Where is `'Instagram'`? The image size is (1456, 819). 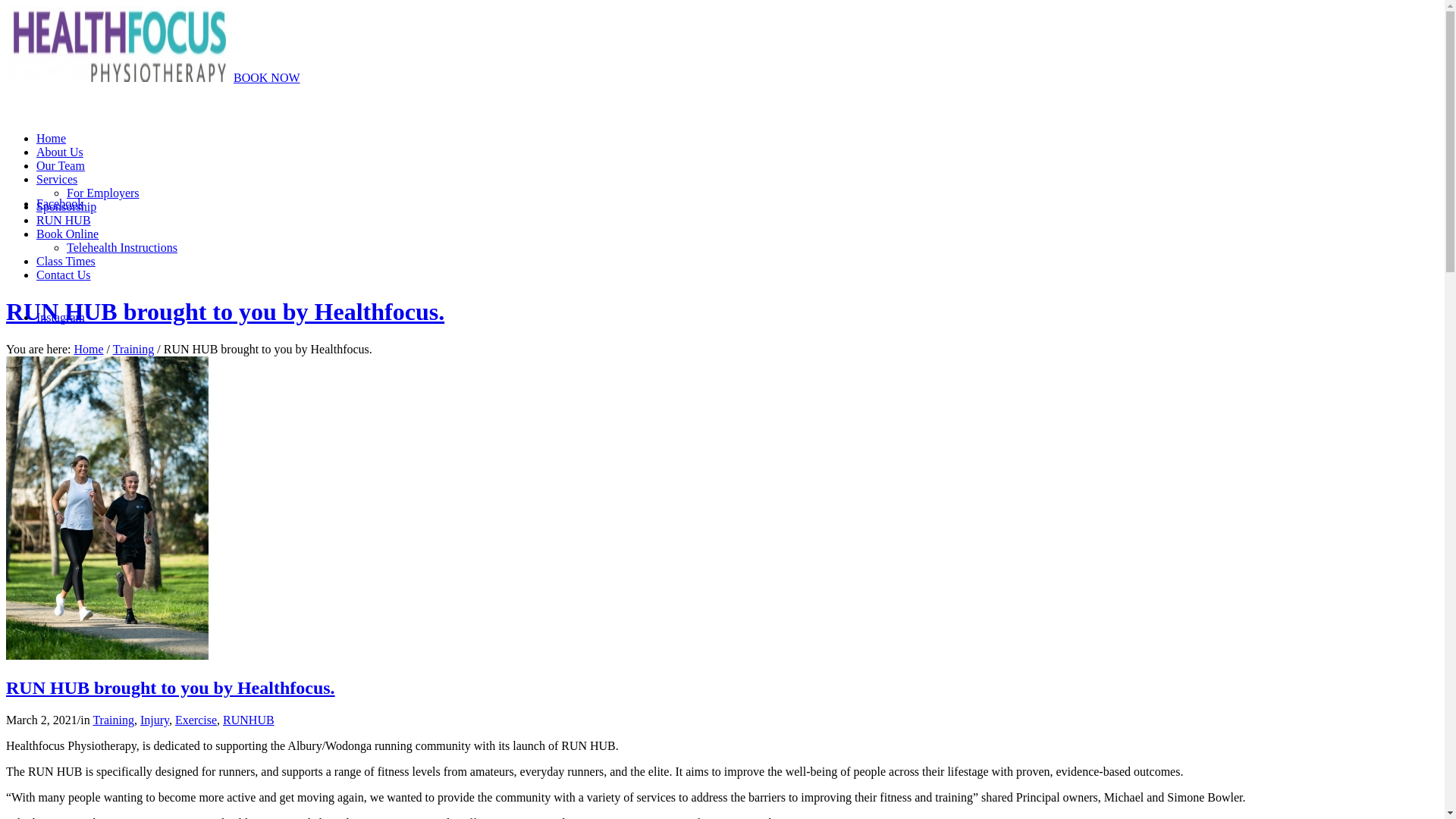 'Instagram' is located at coordinates (61, 316).